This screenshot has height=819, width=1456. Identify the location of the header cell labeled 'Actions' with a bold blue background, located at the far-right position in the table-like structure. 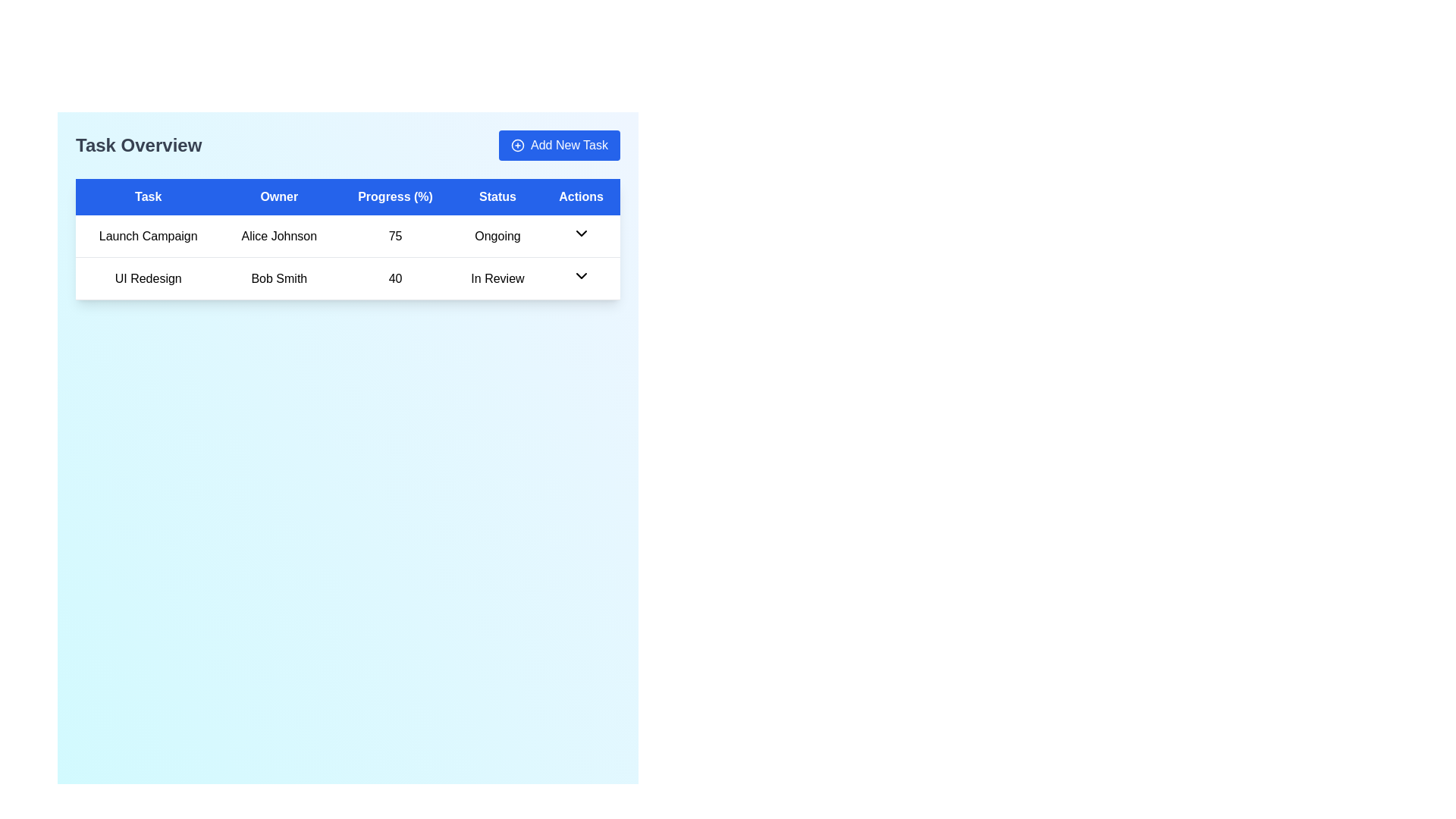
(580, 196).